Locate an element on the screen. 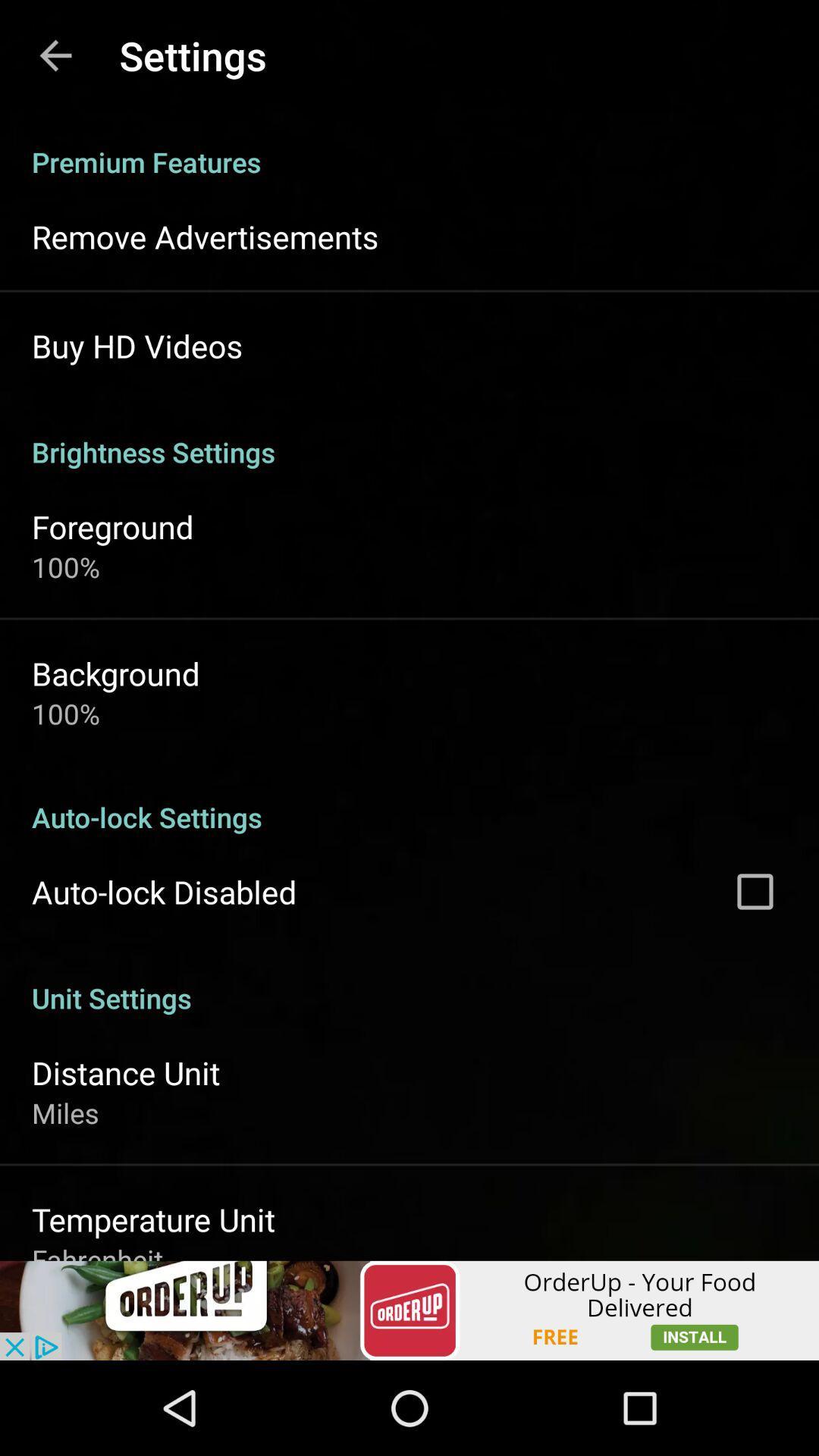  advertisement is located at coordinates (409, 1310).